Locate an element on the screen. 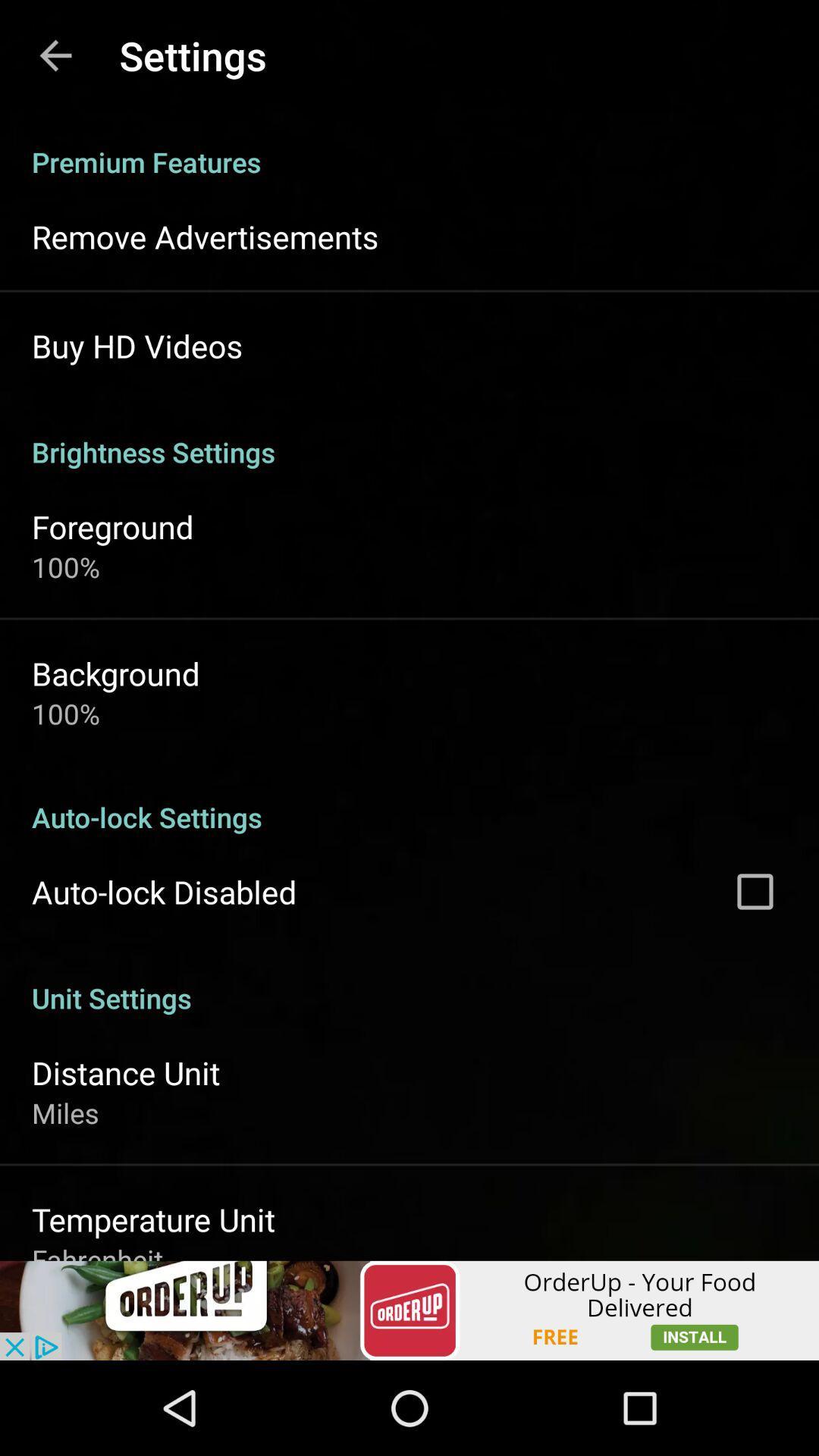  advertisement is located at coordinates (409, 1310).